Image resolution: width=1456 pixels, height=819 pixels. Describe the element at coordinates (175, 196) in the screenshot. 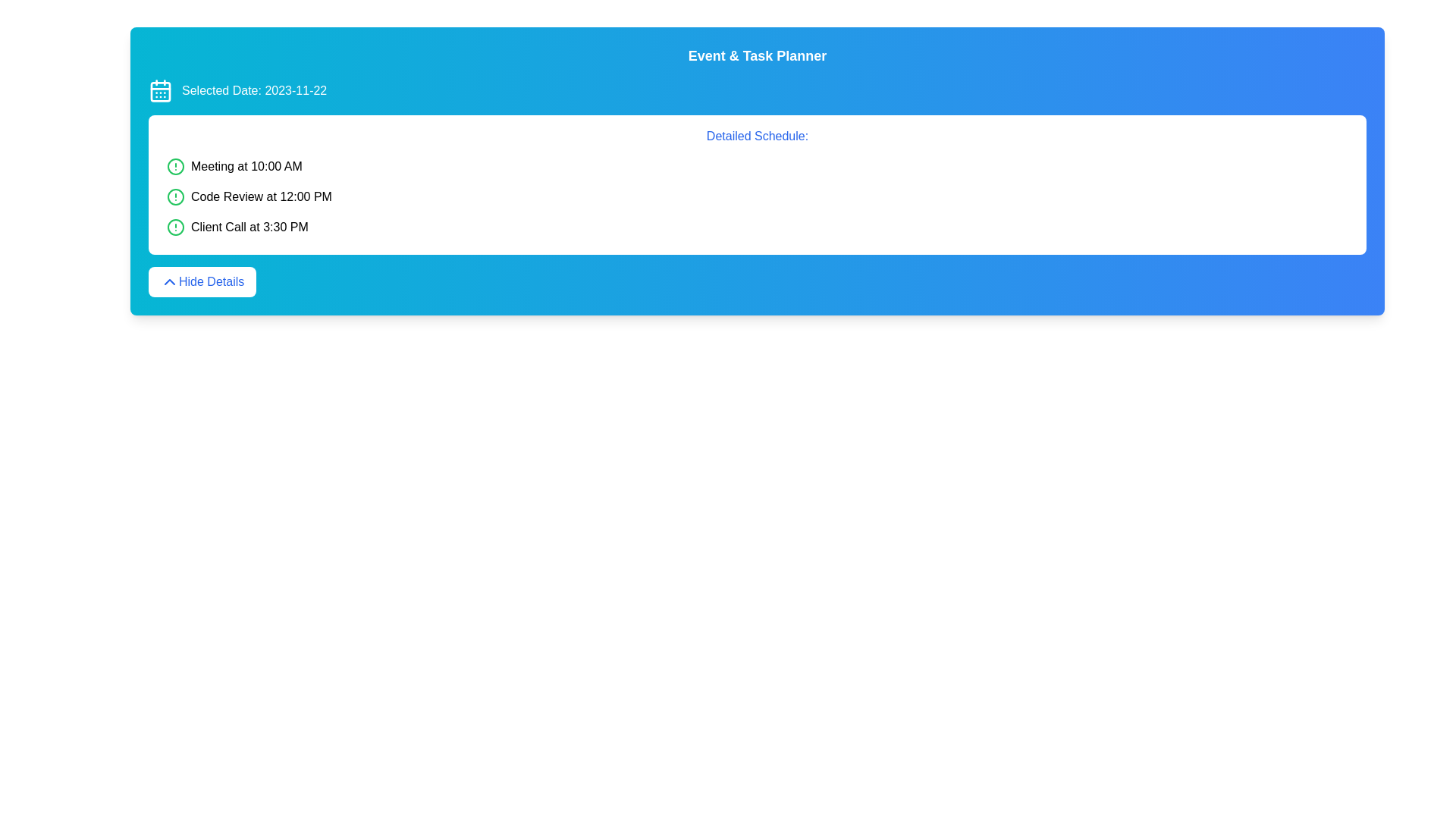

I see `the circle-shaped icon with a green outline preceding the 'Code Review at 12:00 PM' text in the event list` at that location.